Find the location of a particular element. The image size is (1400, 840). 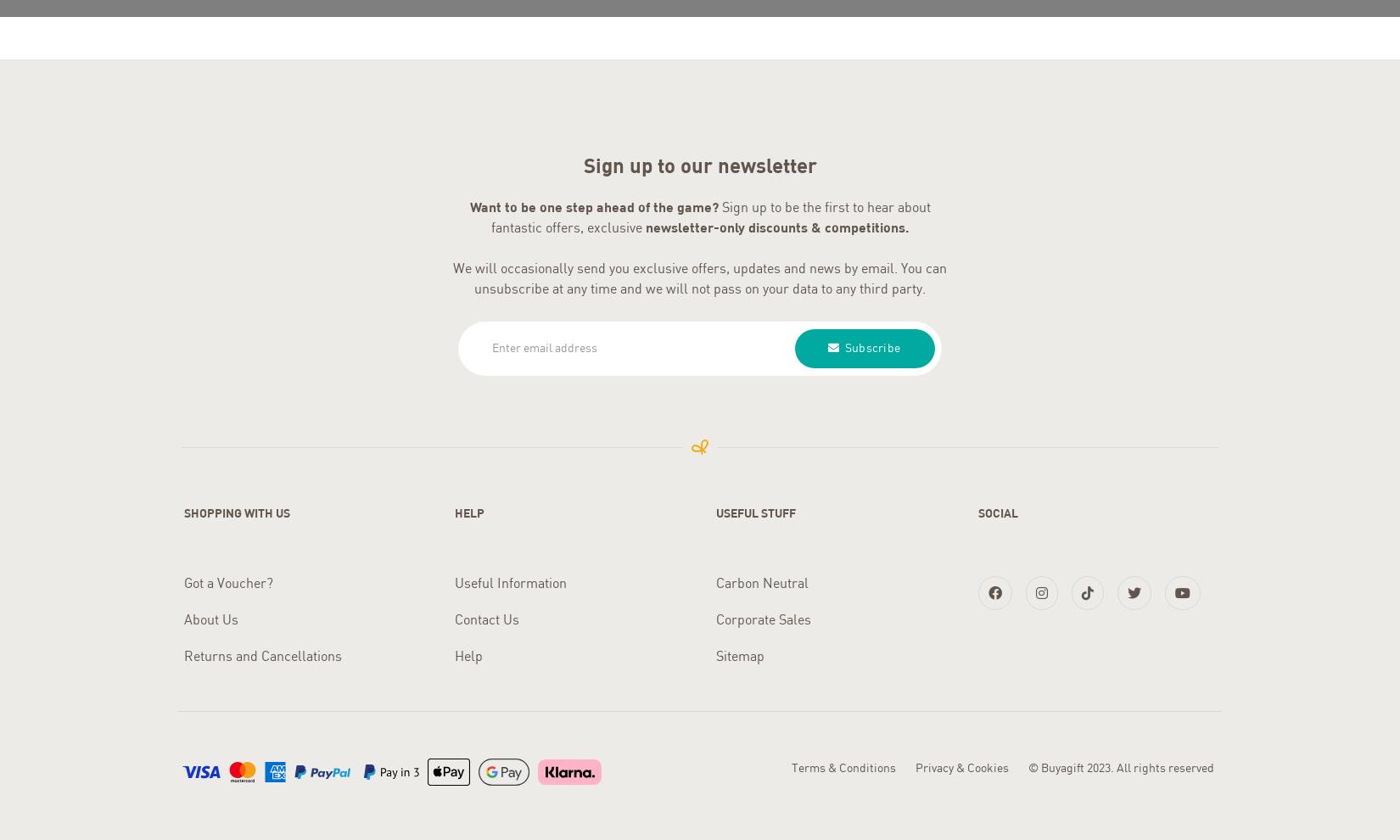

'Social' is located at coordinates (998, 508).